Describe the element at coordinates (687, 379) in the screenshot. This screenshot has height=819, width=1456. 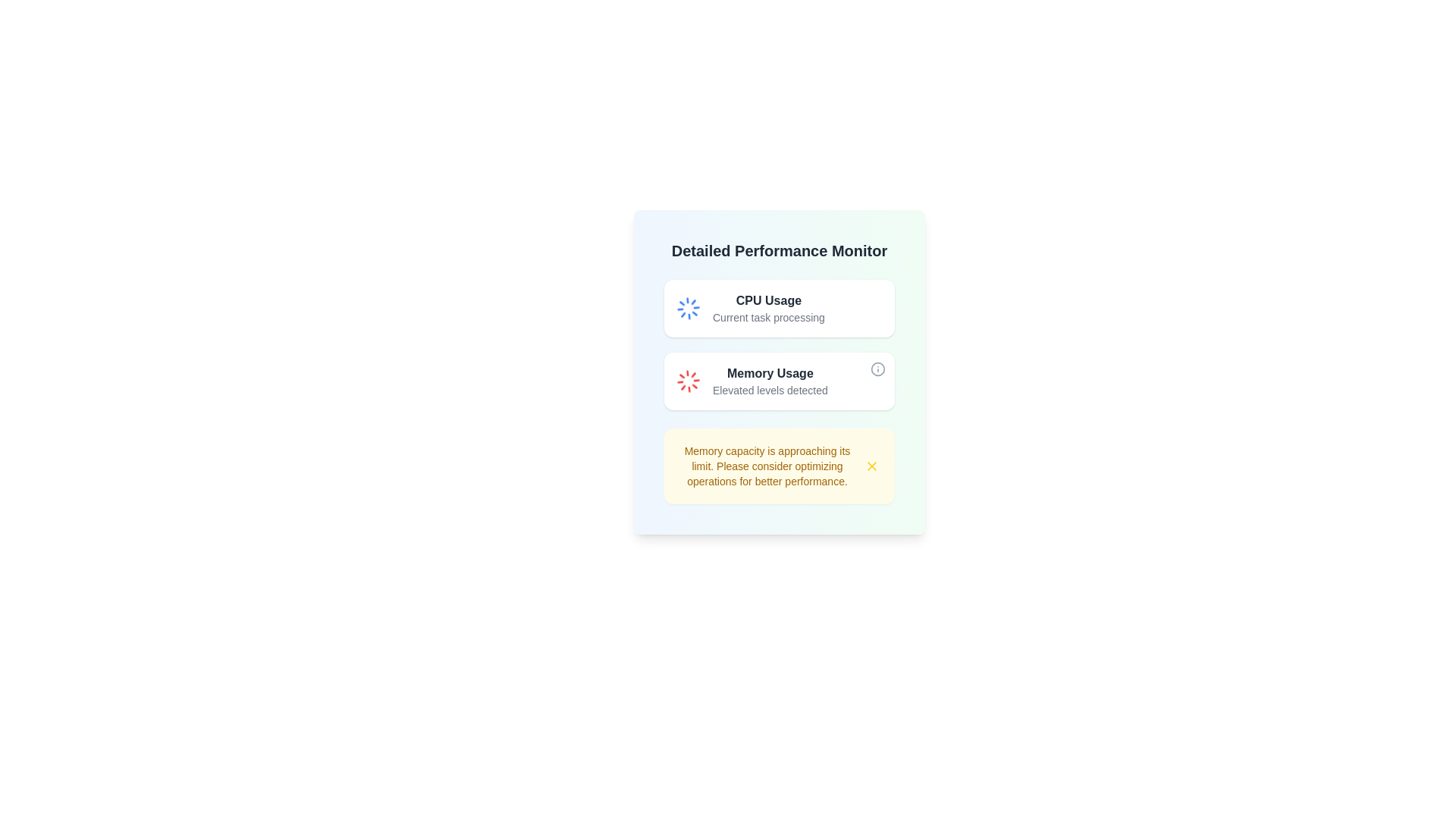
I see `the red circular loader icon located in the upper-left section of the 'Memory Usage' card, above the text 'Memory Usage' and 'Elevated levels detected'` at that location.